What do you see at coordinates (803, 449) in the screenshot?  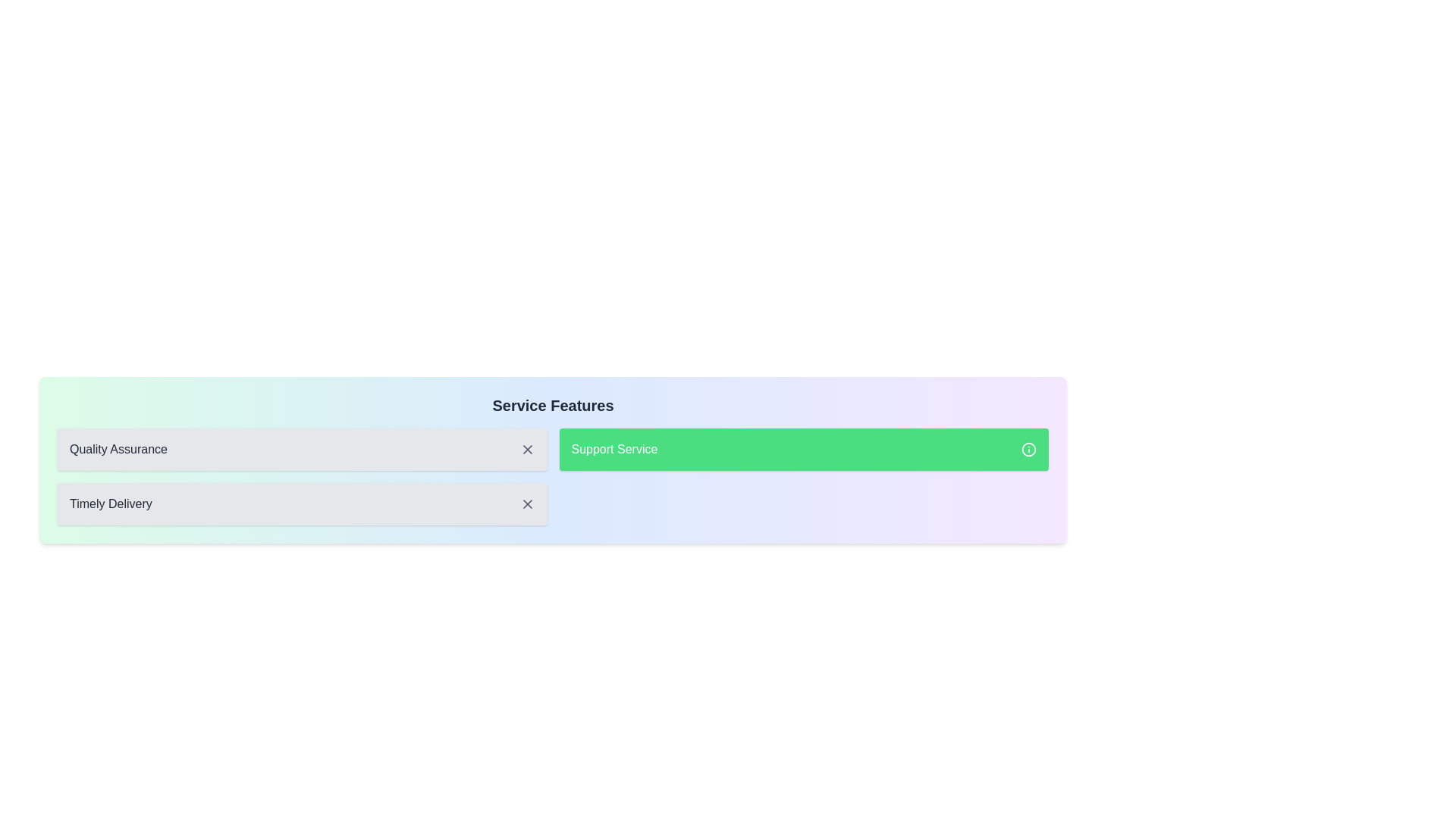 I see `the item labeled Support Service` at bounding box center [803, 449].